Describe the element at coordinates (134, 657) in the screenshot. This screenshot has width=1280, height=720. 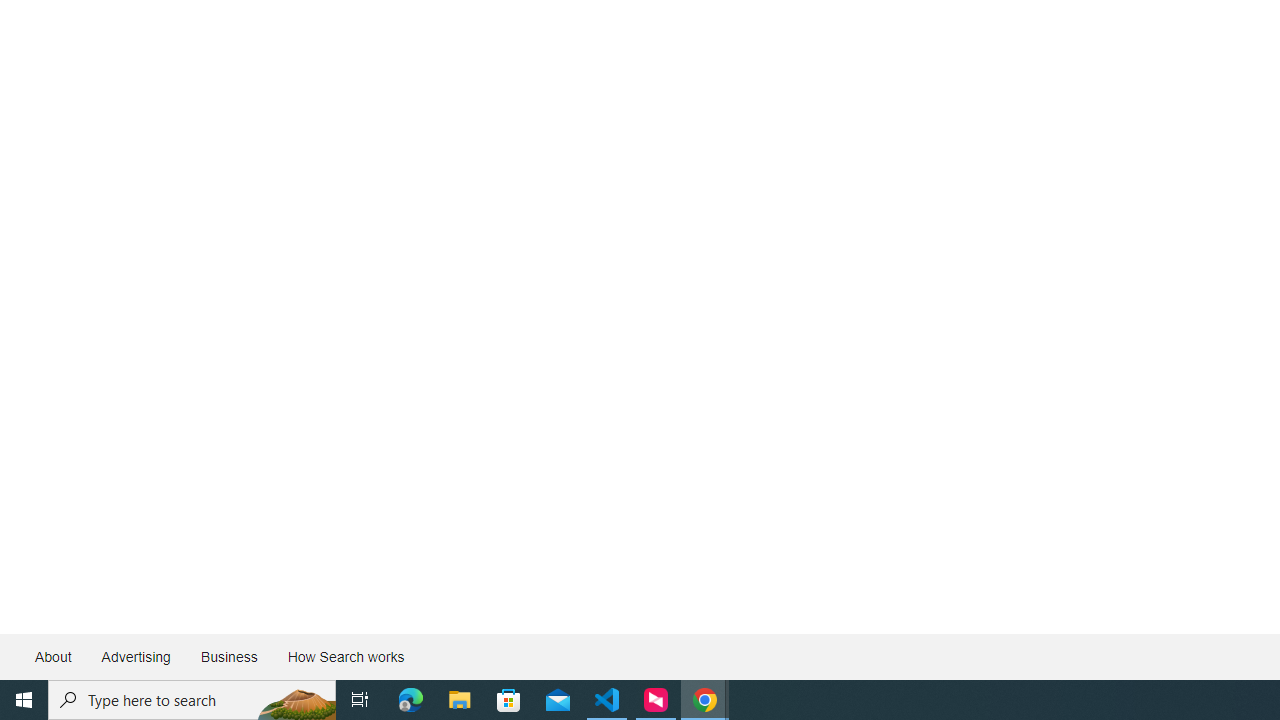
I see `'Advertising'` at that location.